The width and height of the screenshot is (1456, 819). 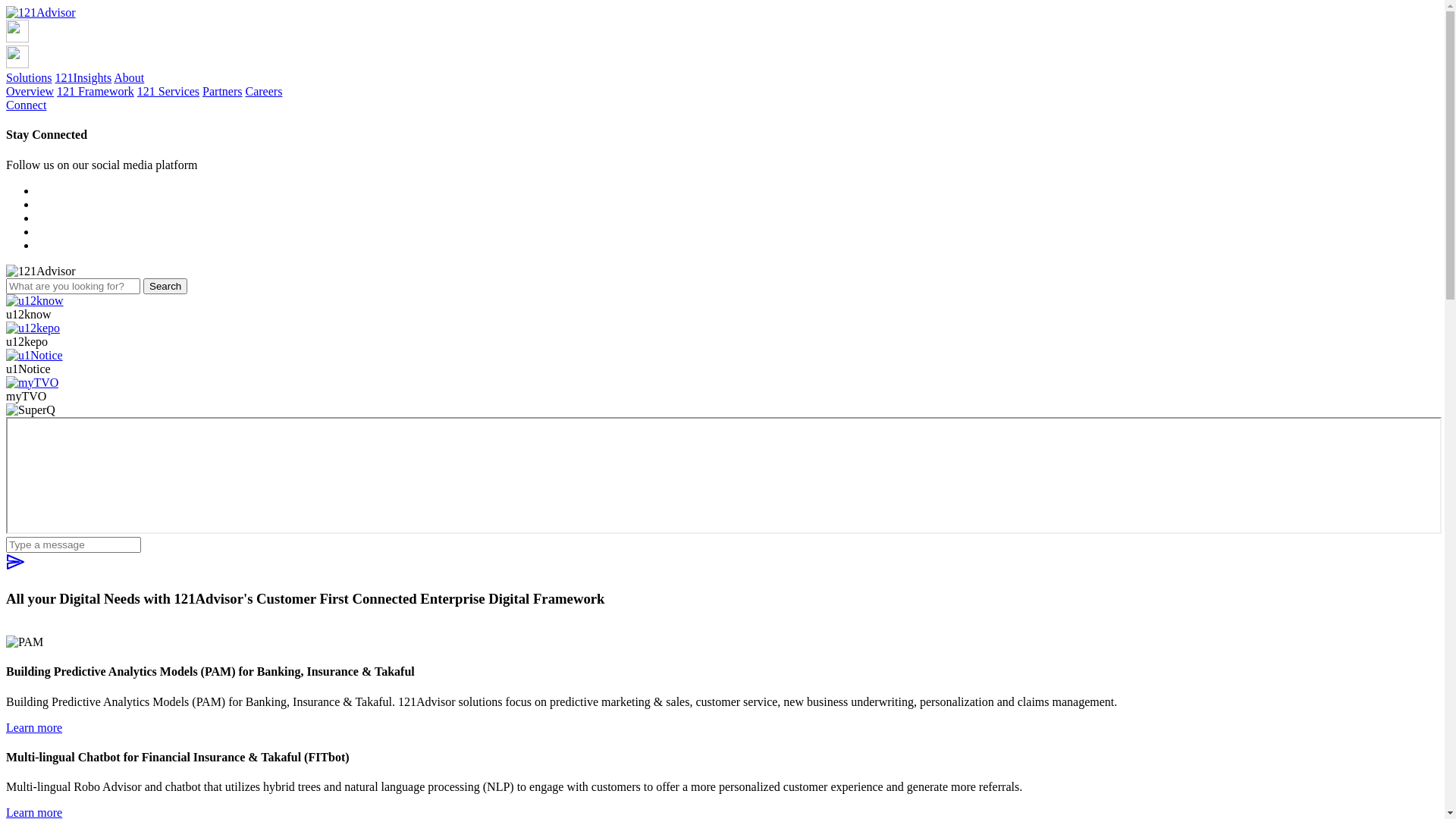 I want to click on 'Overview', so click(x=6, y=91).